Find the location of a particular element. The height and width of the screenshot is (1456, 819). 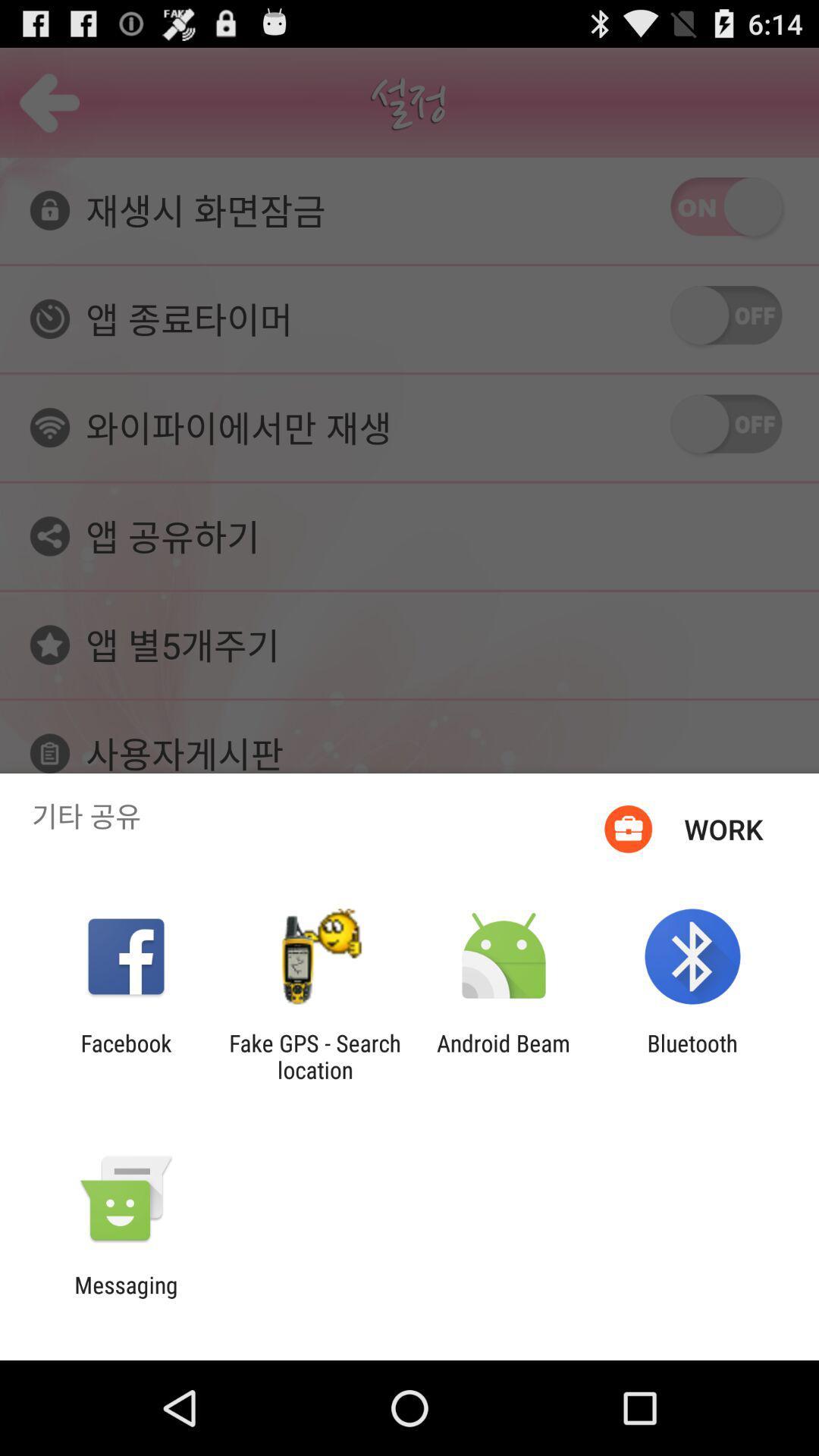

facebook is located at coordinates (125, 1056).